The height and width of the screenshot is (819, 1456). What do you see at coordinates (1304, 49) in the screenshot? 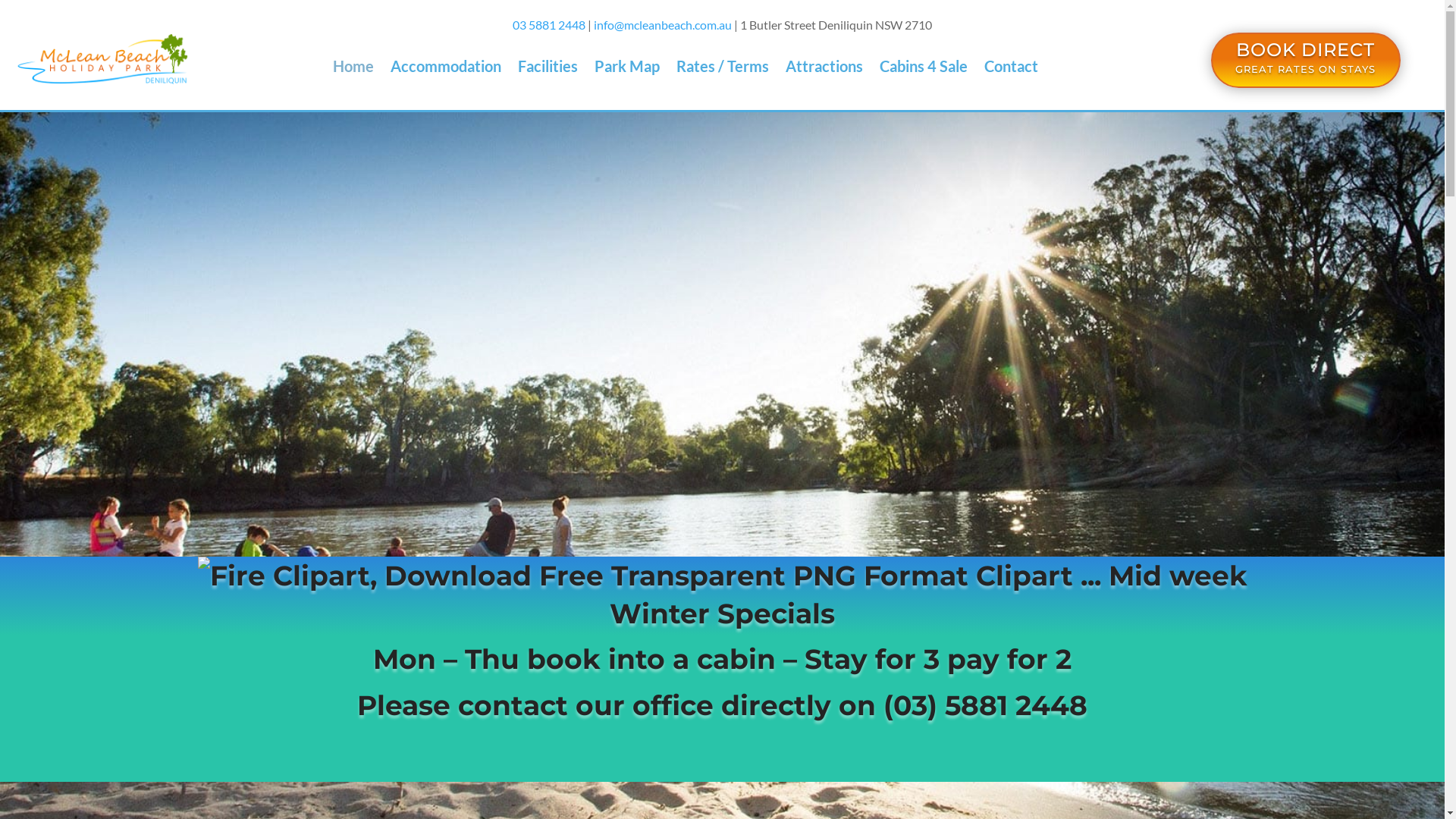
I see `'BOOK DIRECT'` at bounding box center [1304, 49].